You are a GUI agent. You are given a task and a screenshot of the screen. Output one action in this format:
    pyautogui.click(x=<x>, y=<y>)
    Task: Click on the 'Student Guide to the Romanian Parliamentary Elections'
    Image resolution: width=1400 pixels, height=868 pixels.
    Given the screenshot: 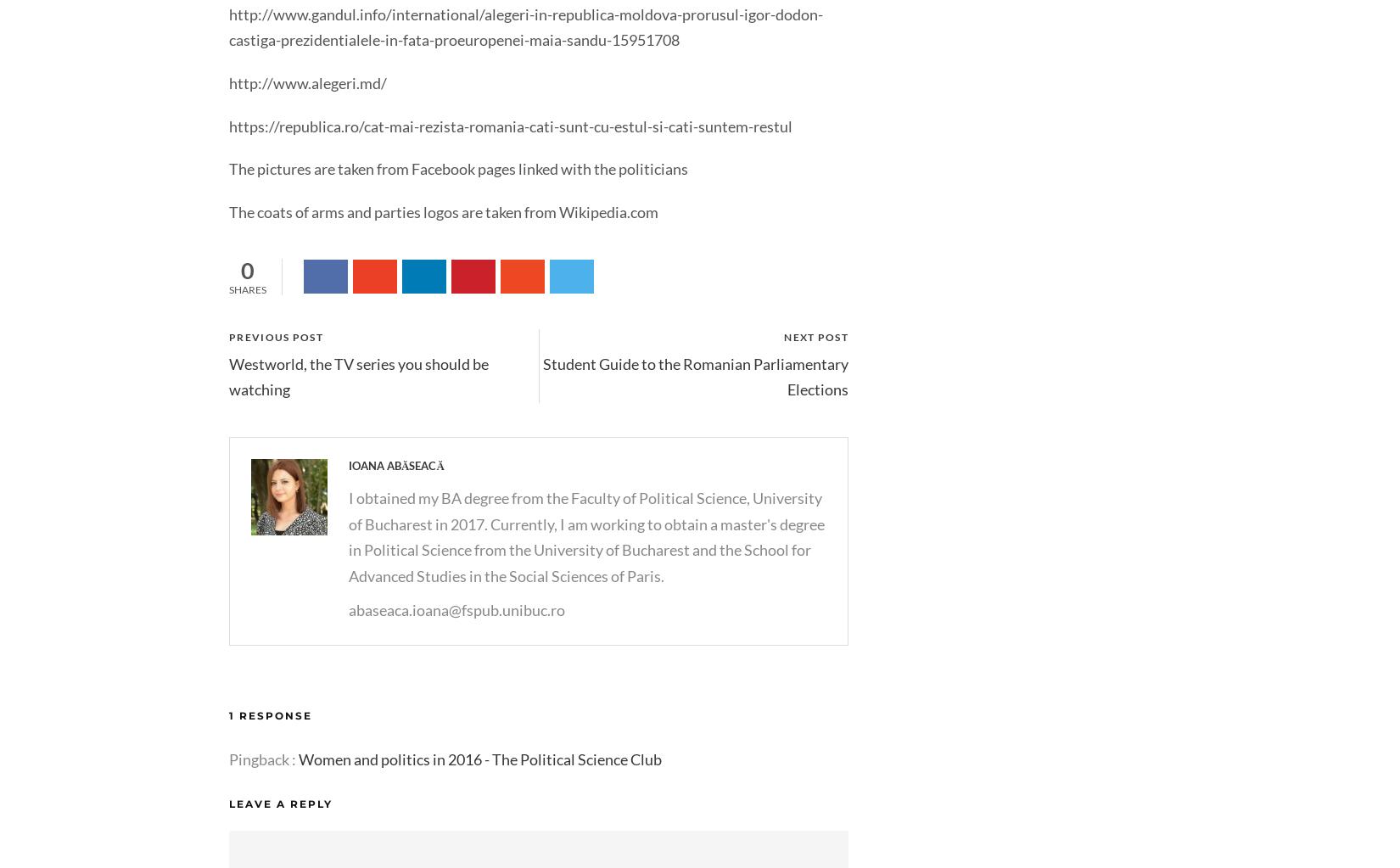 What is the action you would take?
    pyautogui.click(x=695, y=375)
    